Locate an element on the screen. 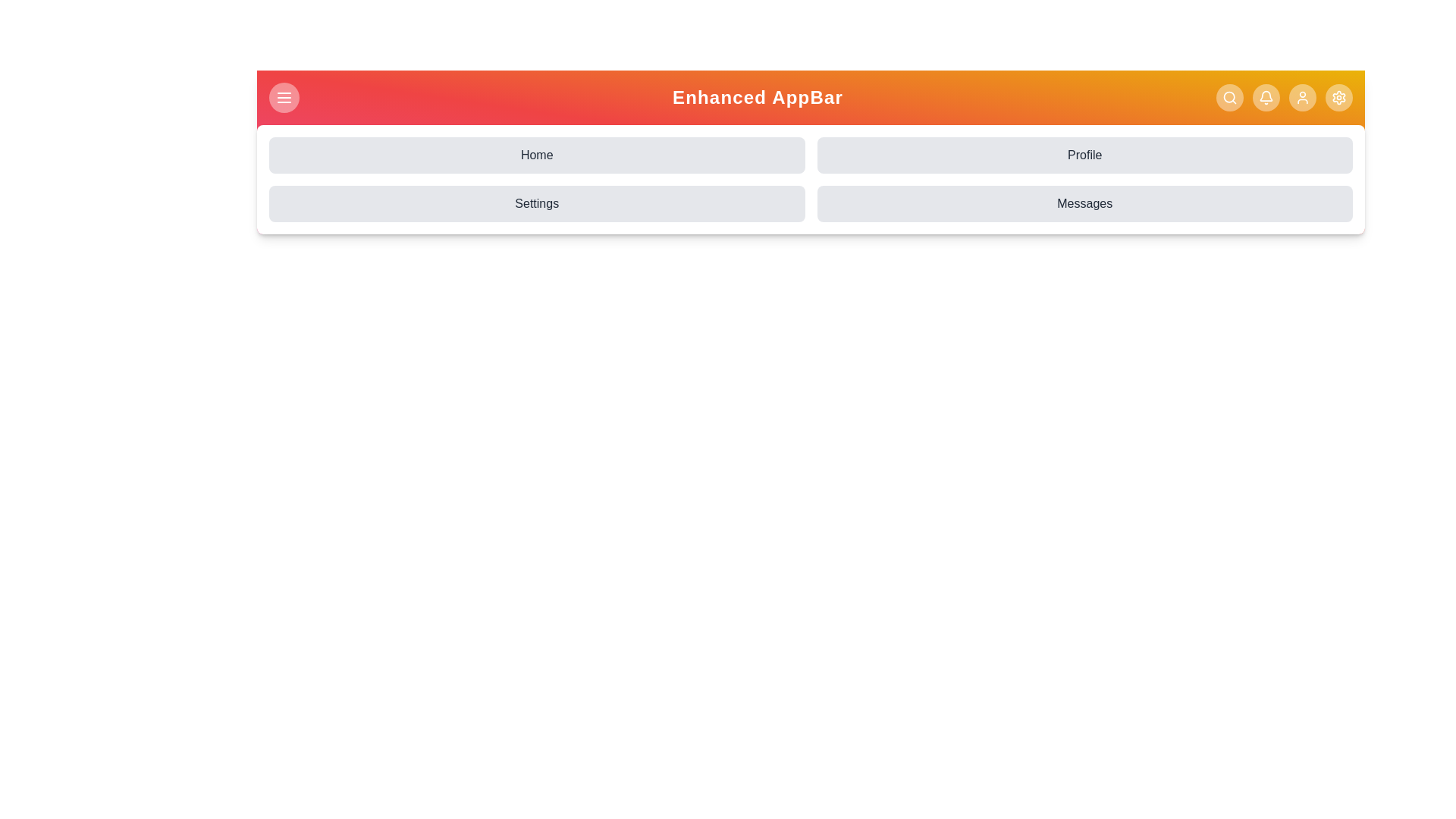 The width and height of the screenshot is (1456, 819). notification button in the StylishHeader component is located at coordinates (1266, 97).